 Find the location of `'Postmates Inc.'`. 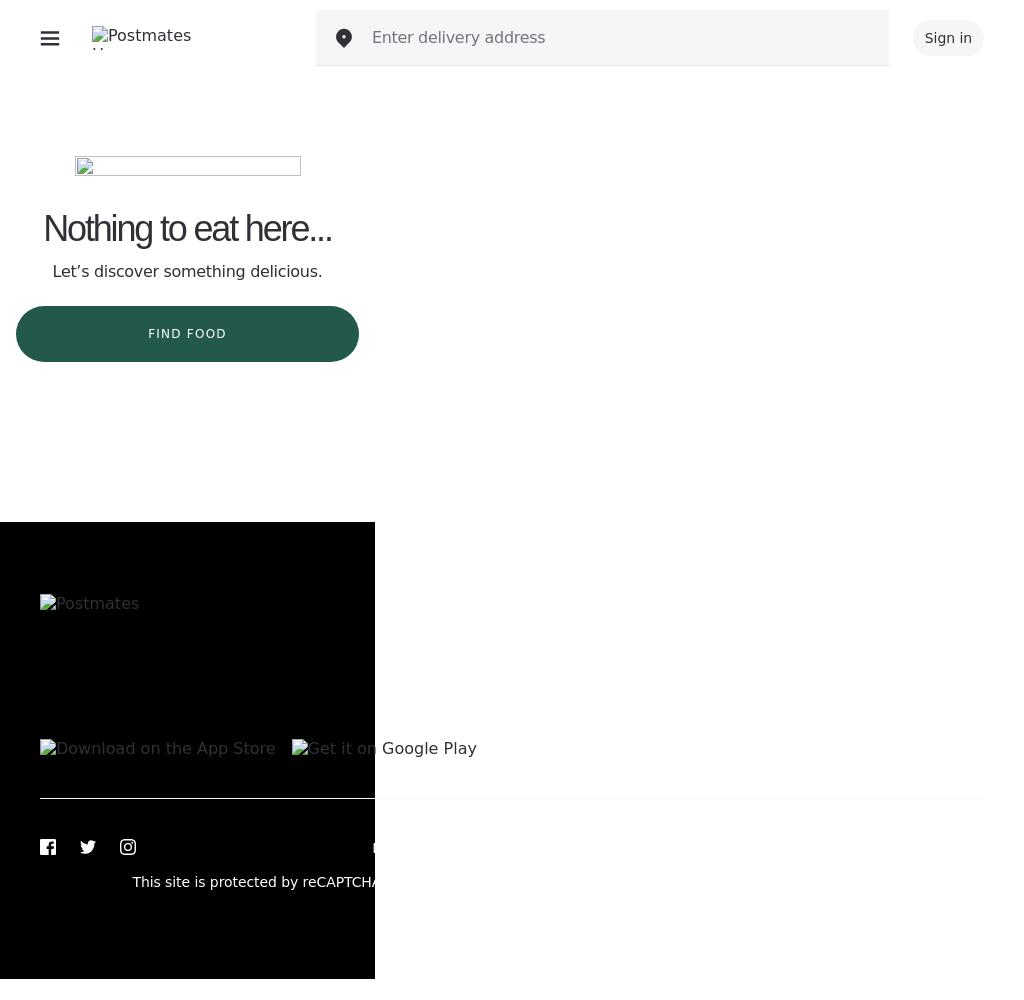

'Postmates Inc.' is located at coordinates (930, 882).